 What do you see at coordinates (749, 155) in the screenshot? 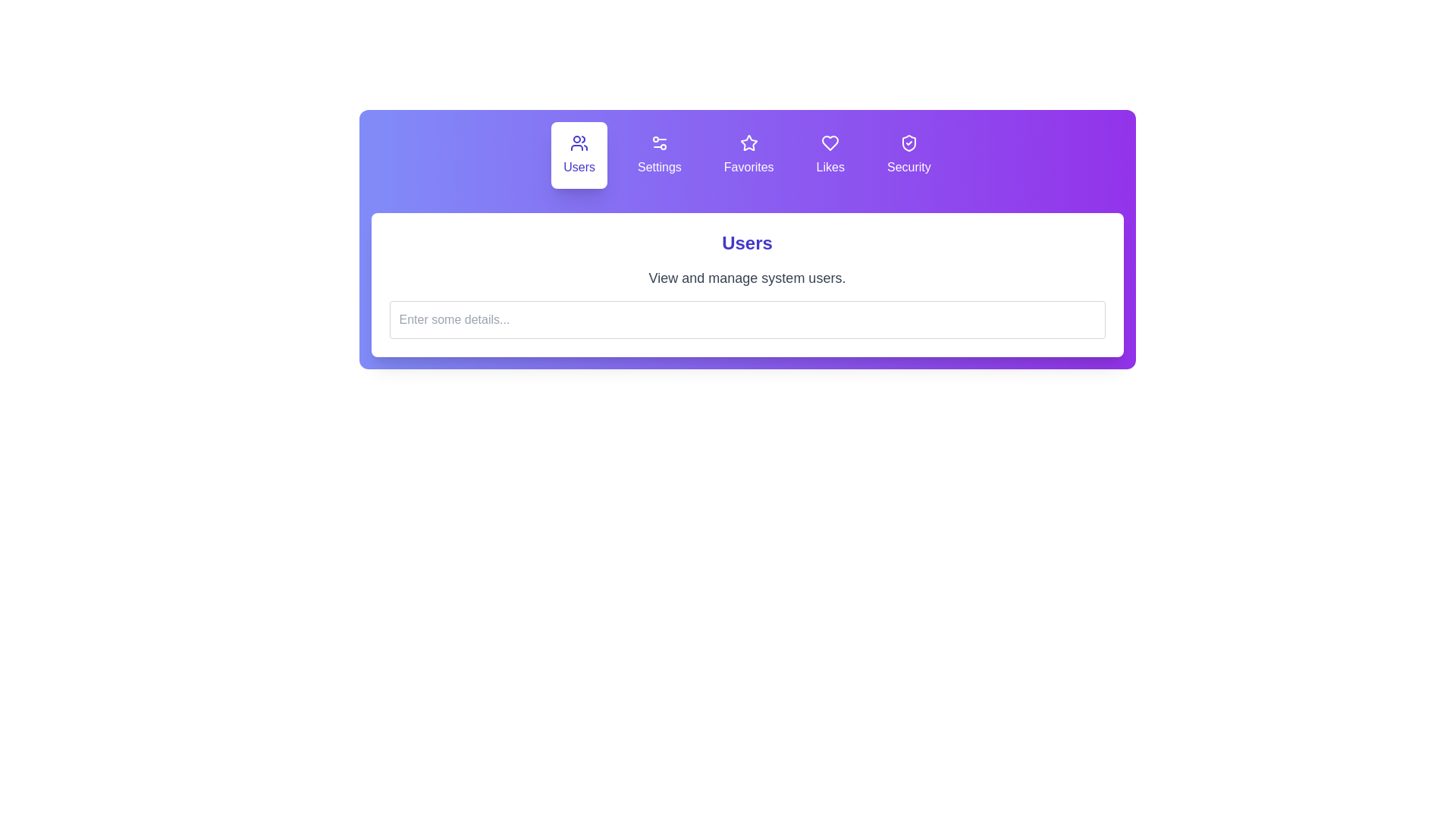
I see `the tab labeled Favorites to view its description` at bounding box center [749, 155].